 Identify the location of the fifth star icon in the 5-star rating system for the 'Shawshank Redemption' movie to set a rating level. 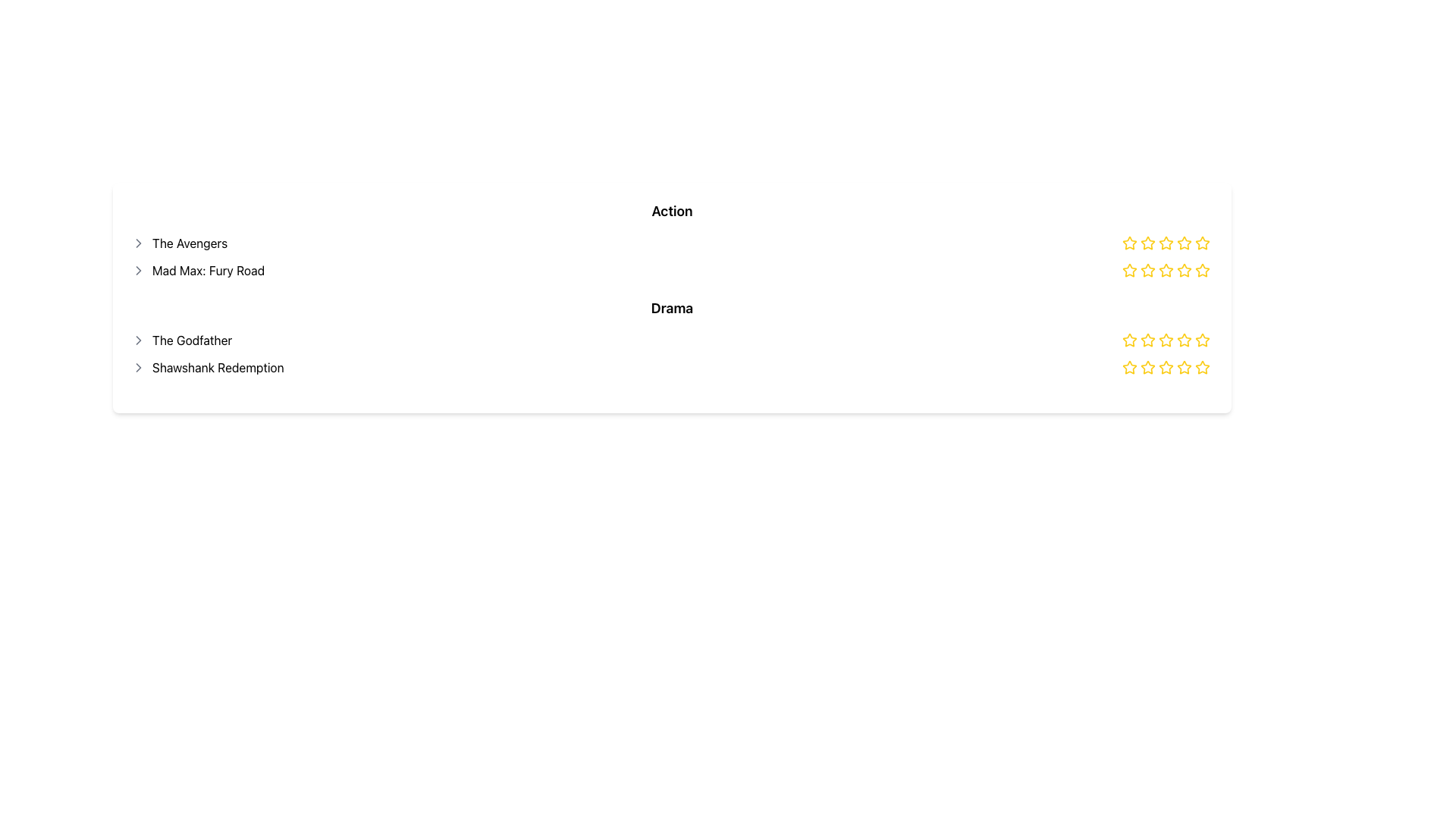
(1201, 339).